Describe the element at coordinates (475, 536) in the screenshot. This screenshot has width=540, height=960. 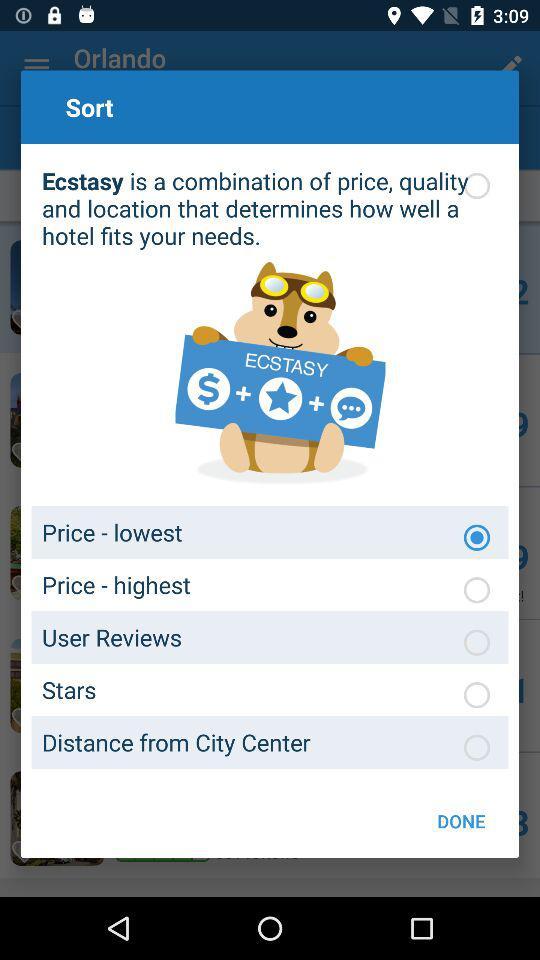
I see `chooses how to sort` at that location.